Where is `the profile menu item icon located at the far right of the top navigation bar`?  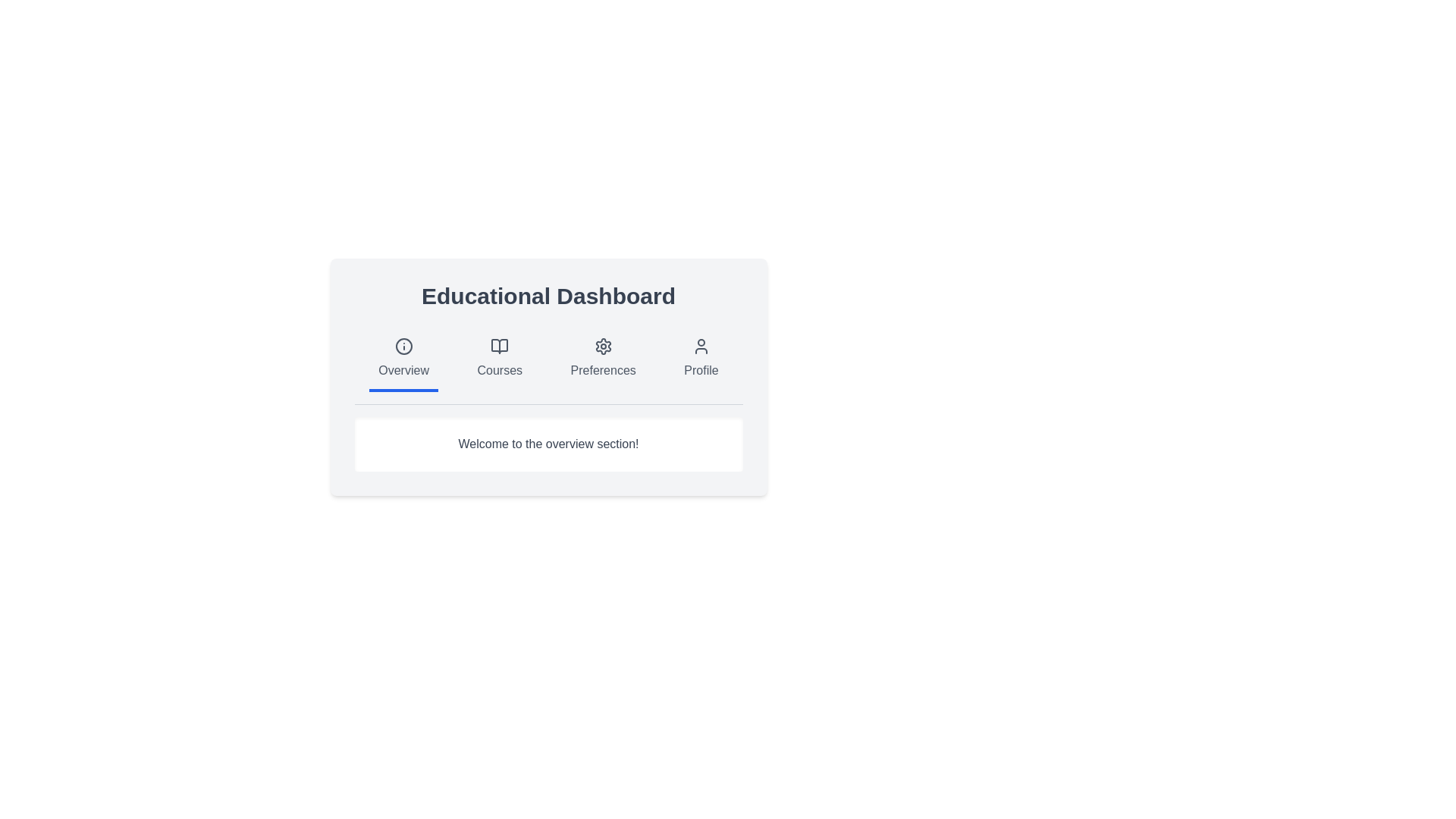 the profile menu item icon located at the far right of the top navigation bar is located at coordinates (701, 346).